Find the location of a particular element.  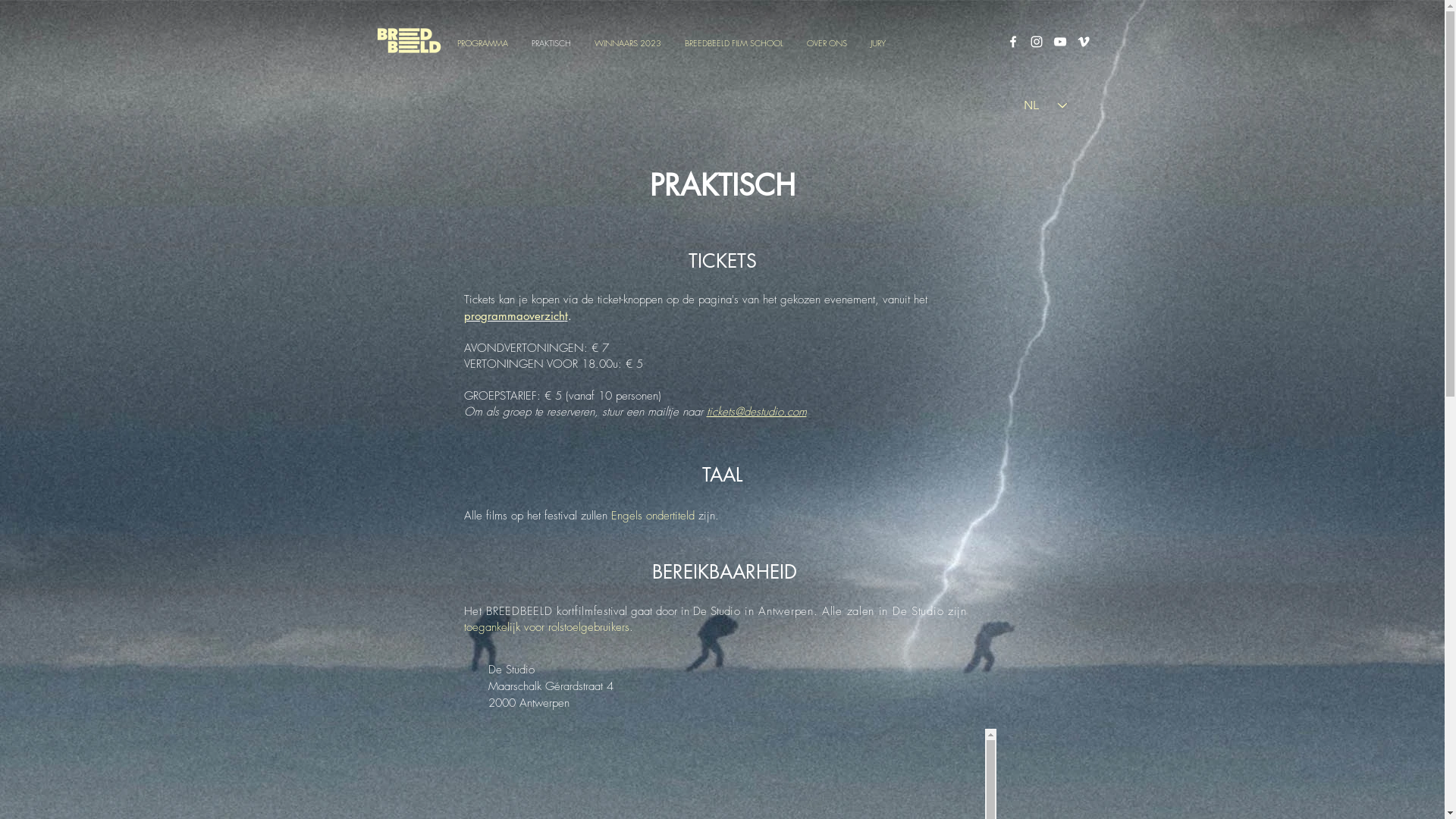

'JURY' is located at coordinates (877, 42).